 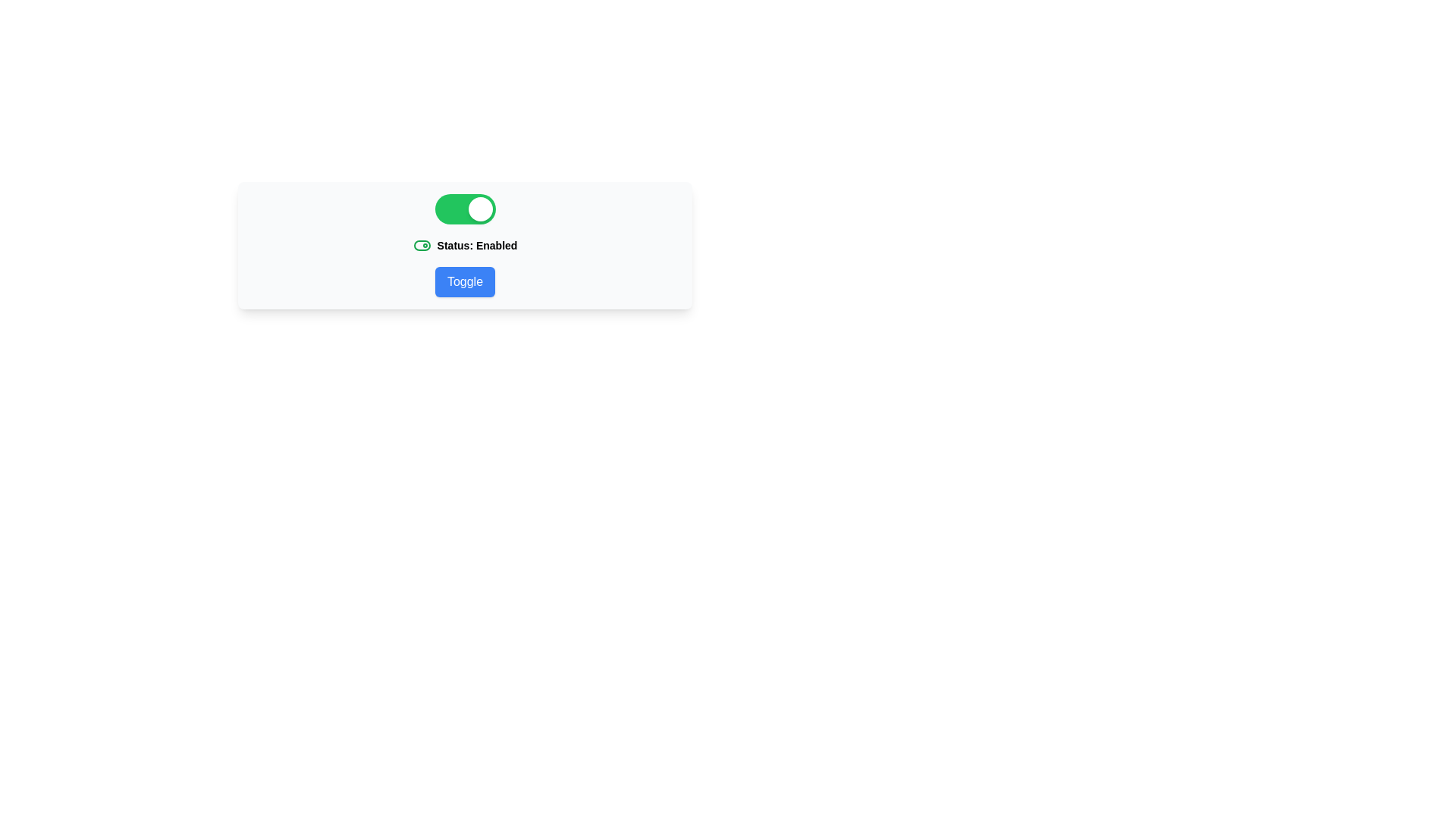 I want to click on the slider to toggle the switch, so click(x=464, y=209).